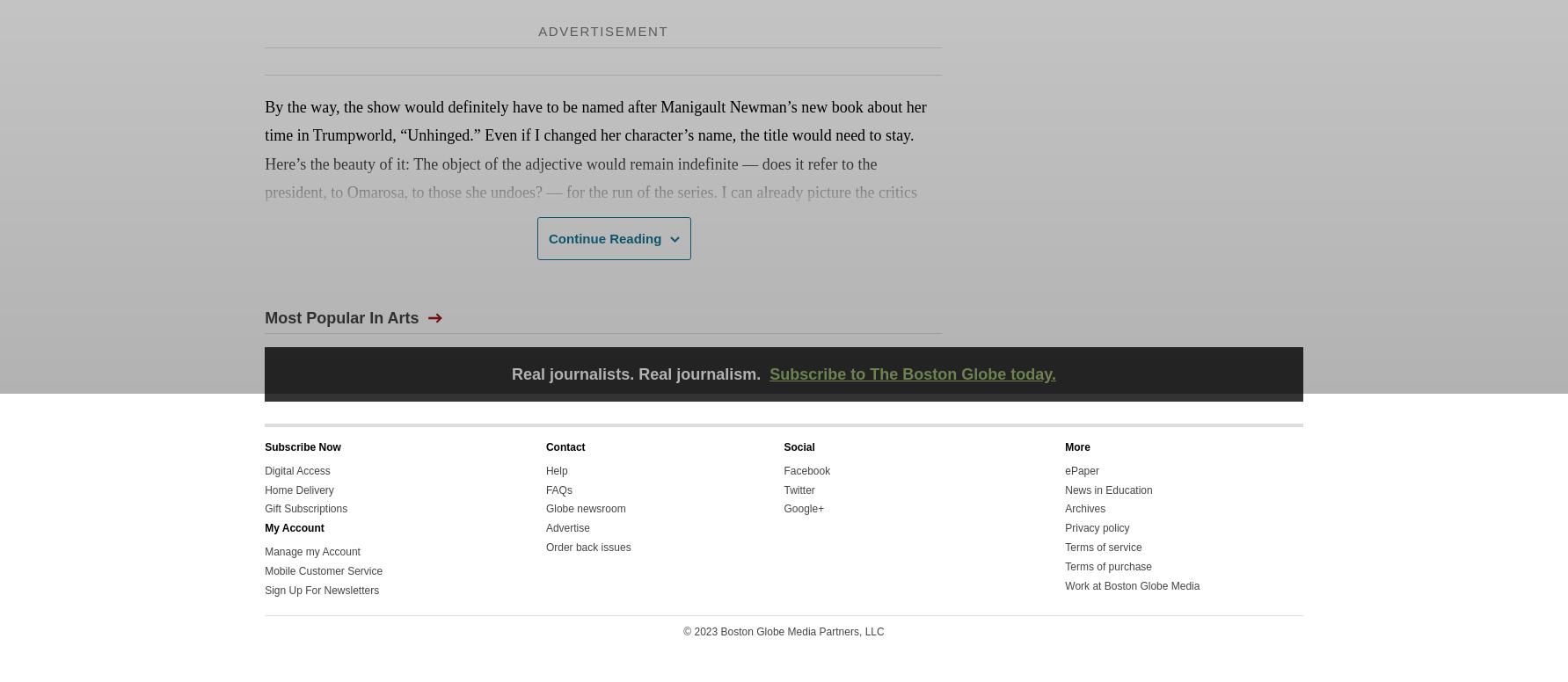 This screenshot has width=1568, height=682. Describe the element at coordinates (1103, 547) in the screenshot. I see `'Terms of service'` at that location.